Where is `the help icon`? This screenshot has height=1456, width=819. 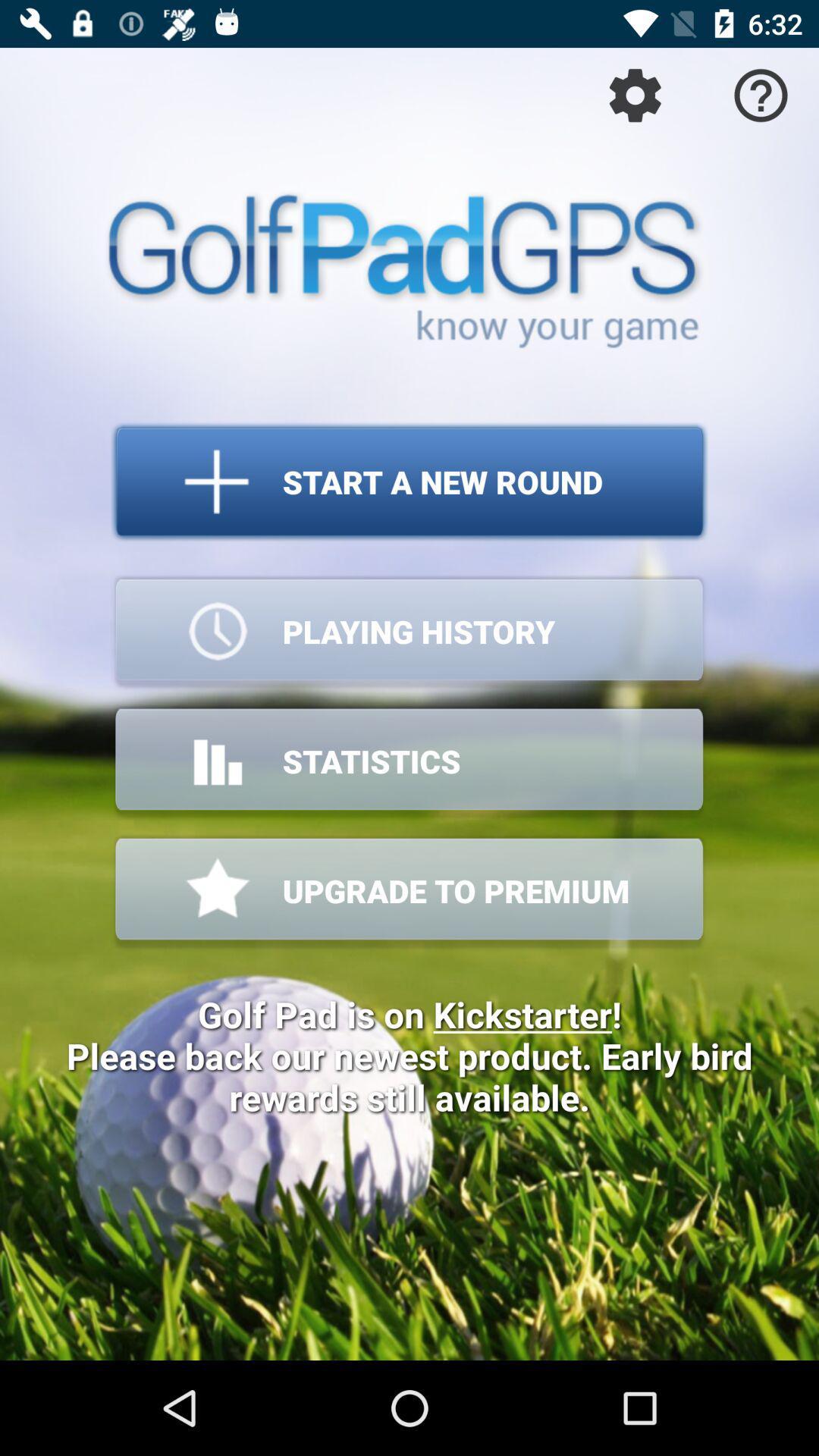 the help icon is located at coordinates (761, 94).